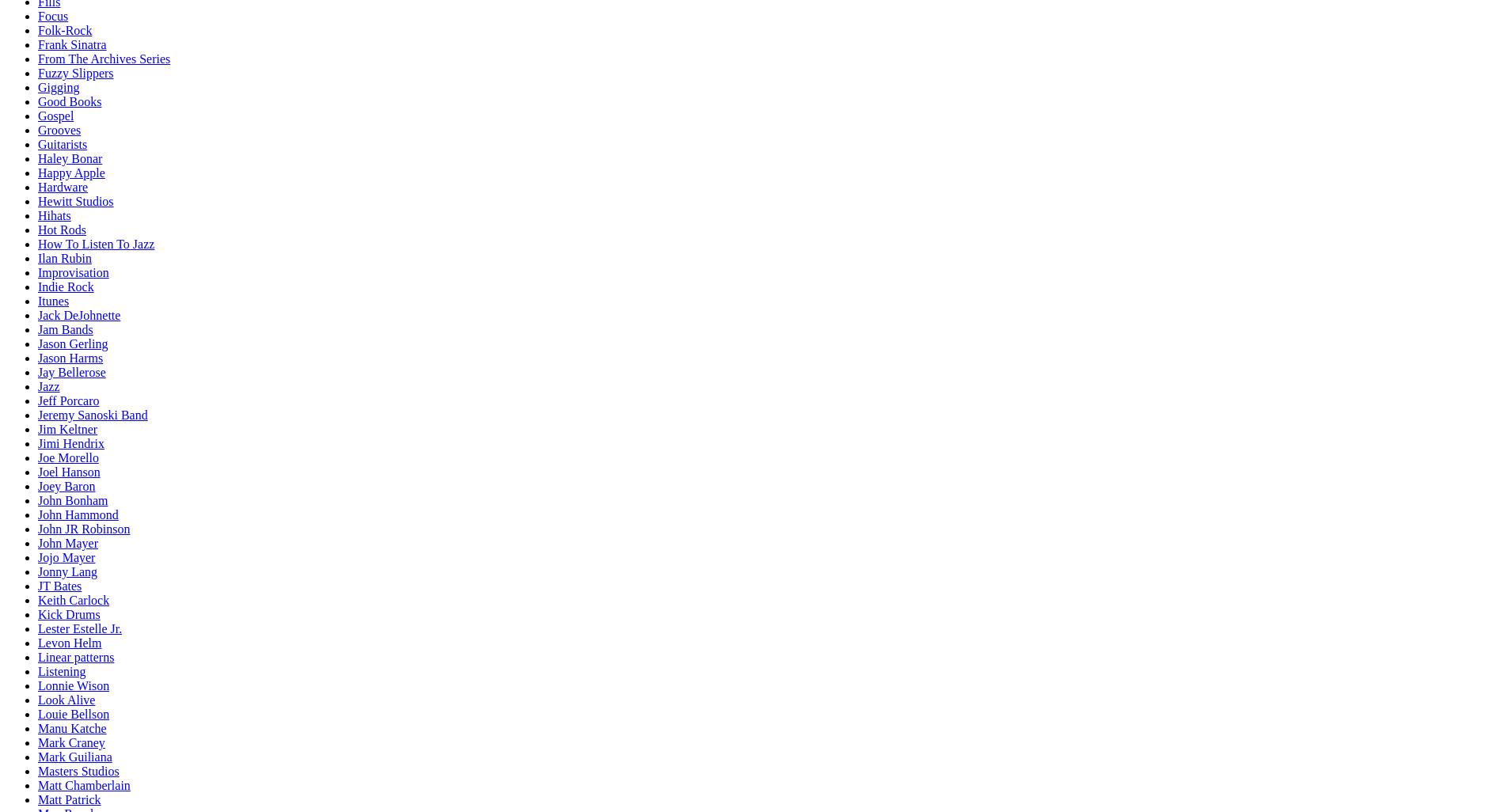 This screenshot has height=812, width=1504. Describe the element at coordinates (38, 713) in the screenshot. I see `'Louie Bellson'` at that location.